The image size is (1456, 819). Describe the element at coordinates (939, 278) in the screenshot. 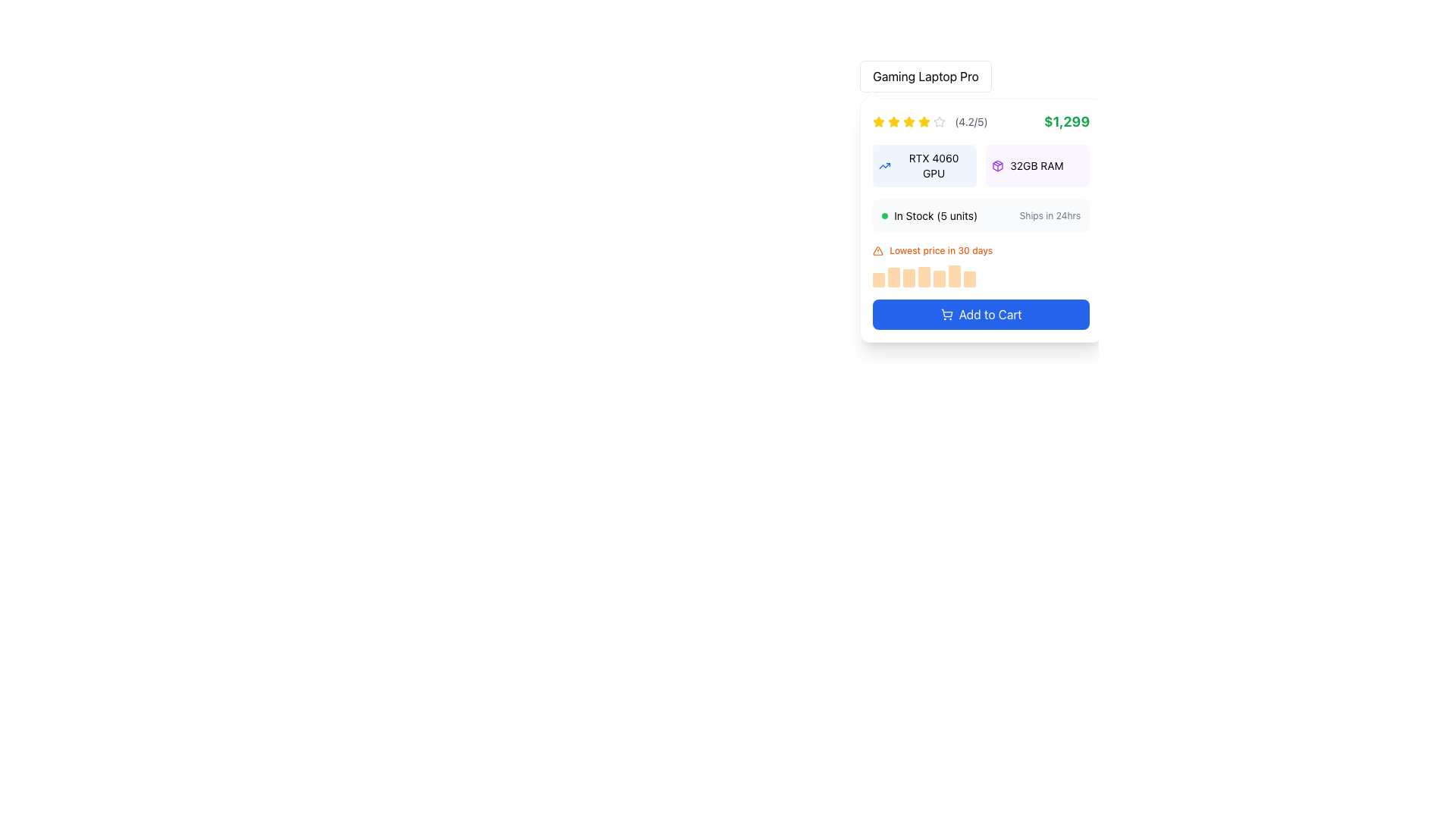

I see `the fifth bar in the sequence of seven bars that visually represents data underneath the text 'Lowest price in 30 days'` at that location.